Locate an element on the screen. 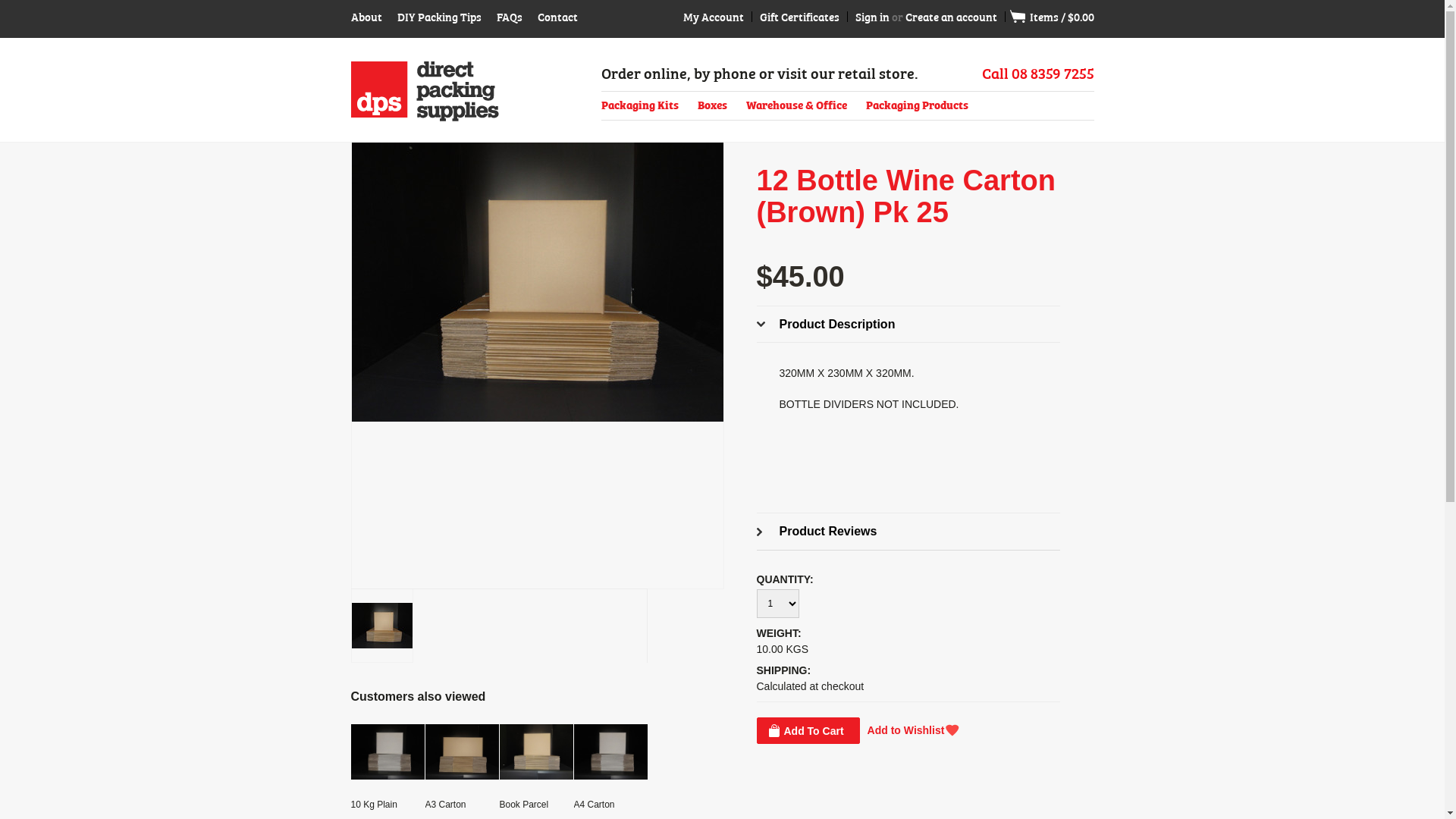  'Gift Certificates' is located at coordinates (799, 17).